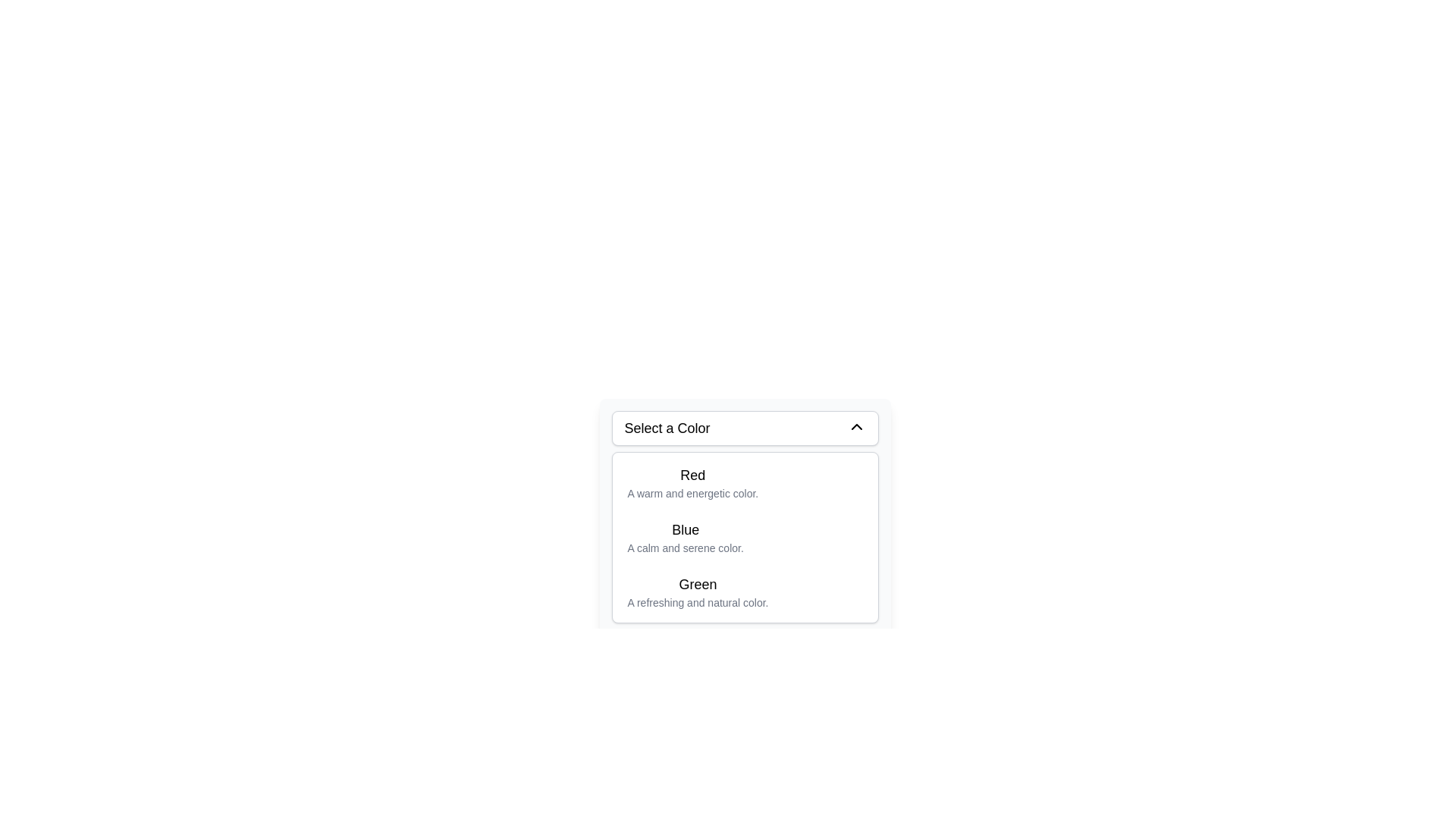 This screenshot has width=1456, height=819. I want to click on the text label for the color green within the 'Select a Color' dropdown menu, so click(697, 584).